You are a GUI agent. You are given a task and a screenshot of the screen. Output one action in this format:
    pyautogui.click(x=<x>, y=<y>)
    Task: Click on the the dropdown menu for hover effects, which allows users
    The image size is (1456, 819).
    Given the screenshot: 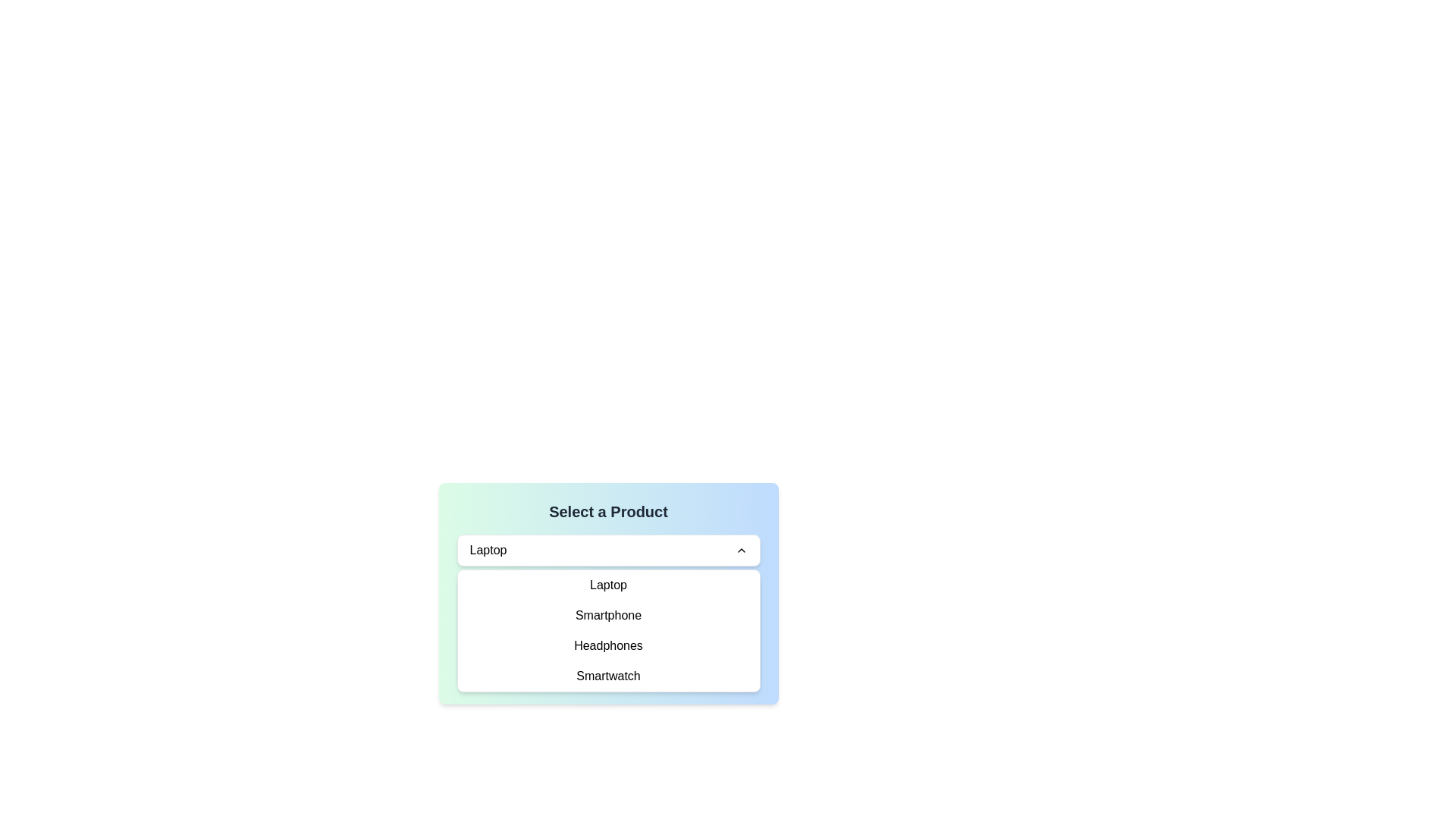 What is the action you would take?
    pyautogui.click(x=608, y=593)
    